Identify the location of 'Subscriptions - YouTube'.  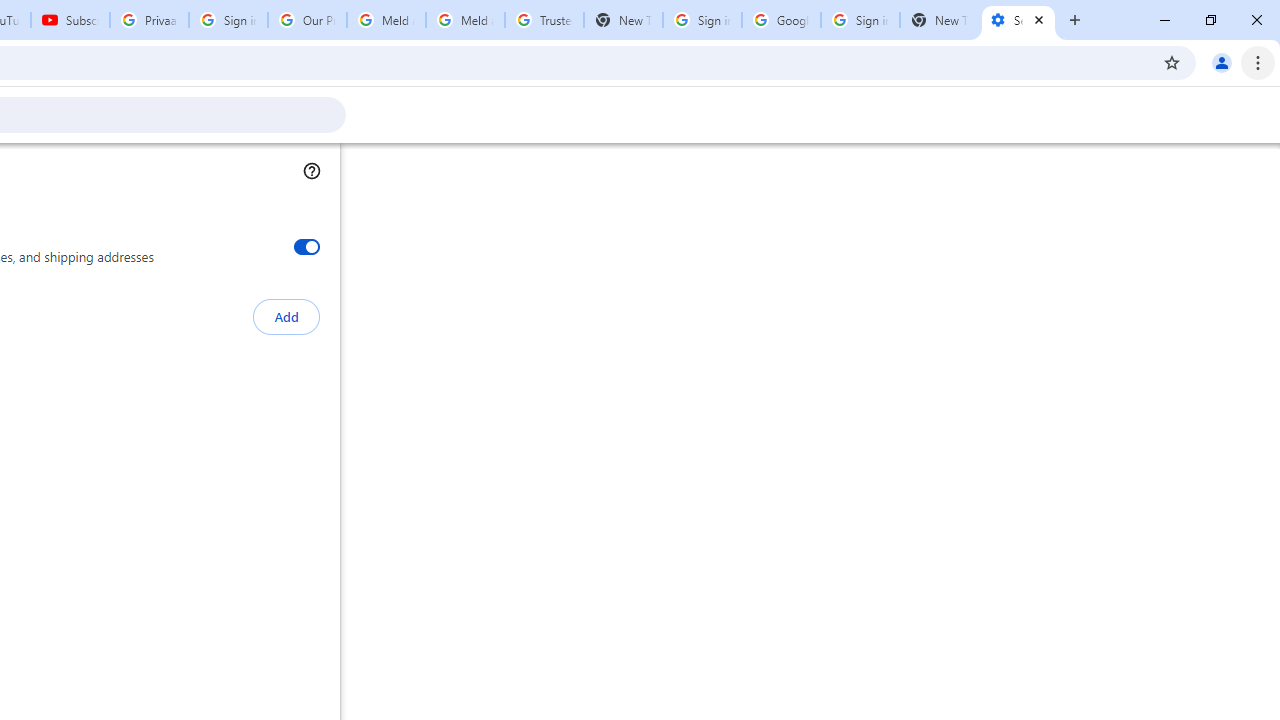
(70, 20).